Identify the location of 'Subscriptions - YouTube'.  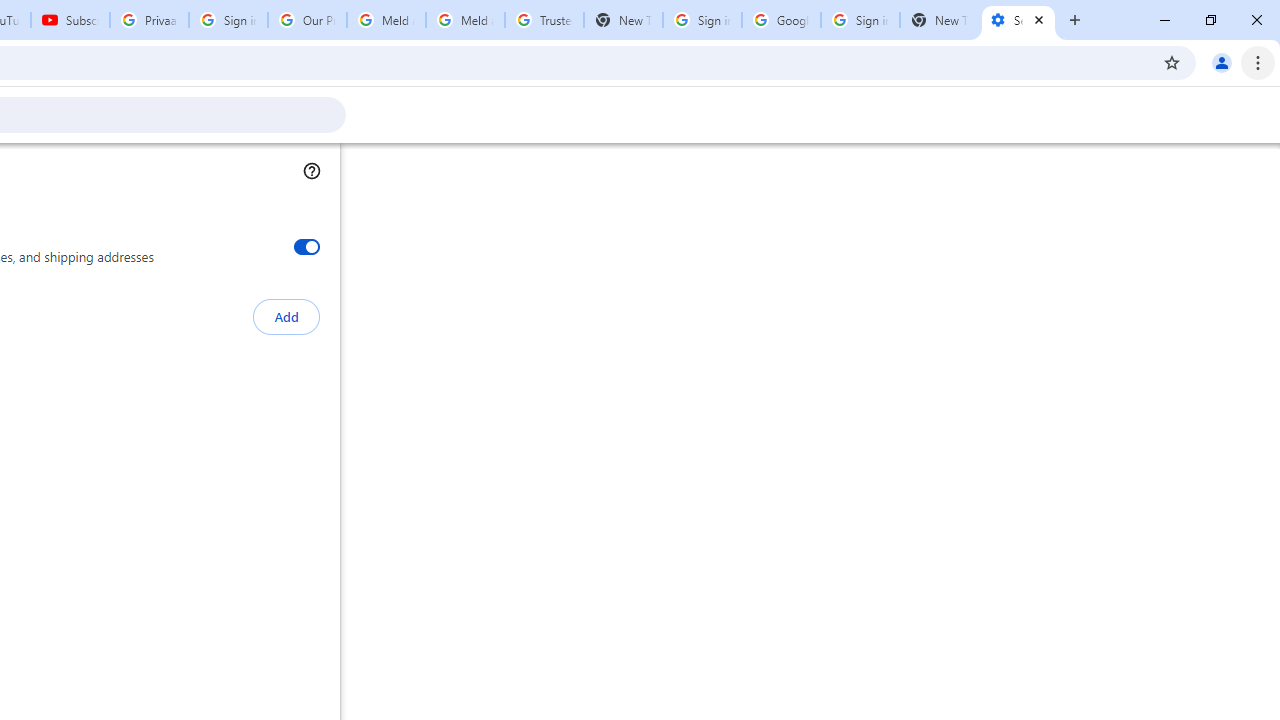
(70, 20).